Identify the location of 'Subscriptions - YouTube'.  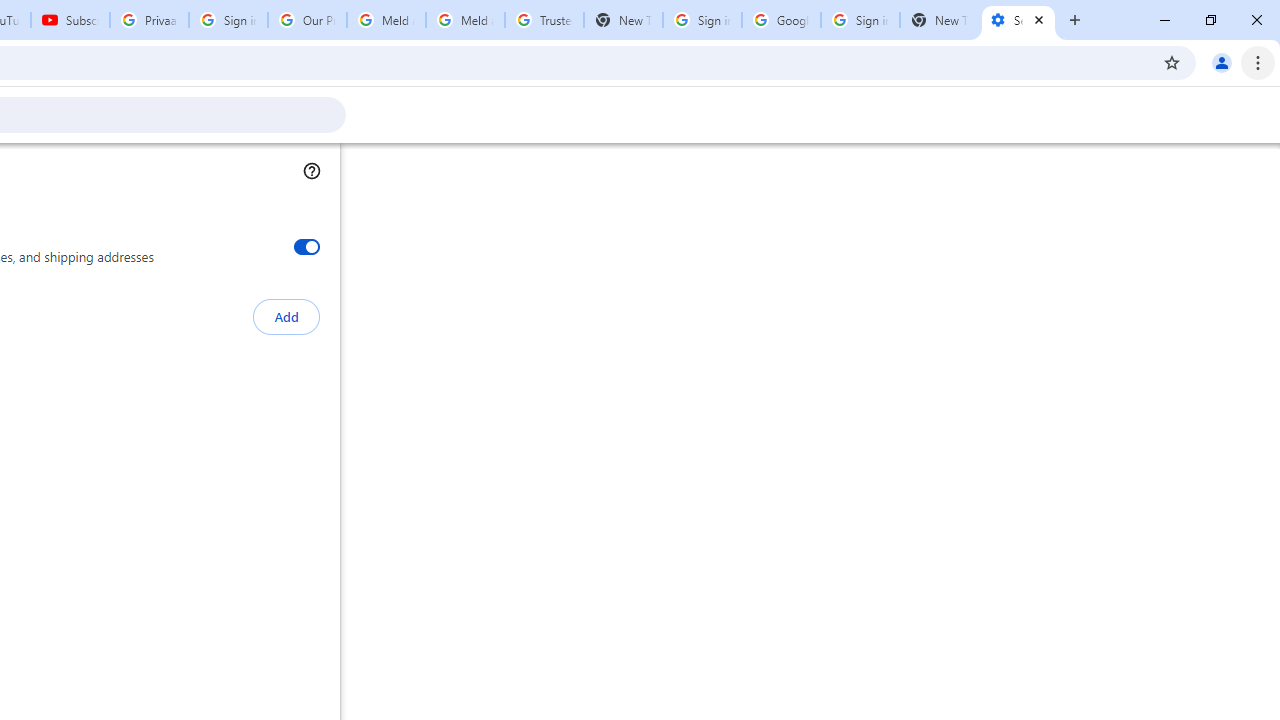
(70, 20).